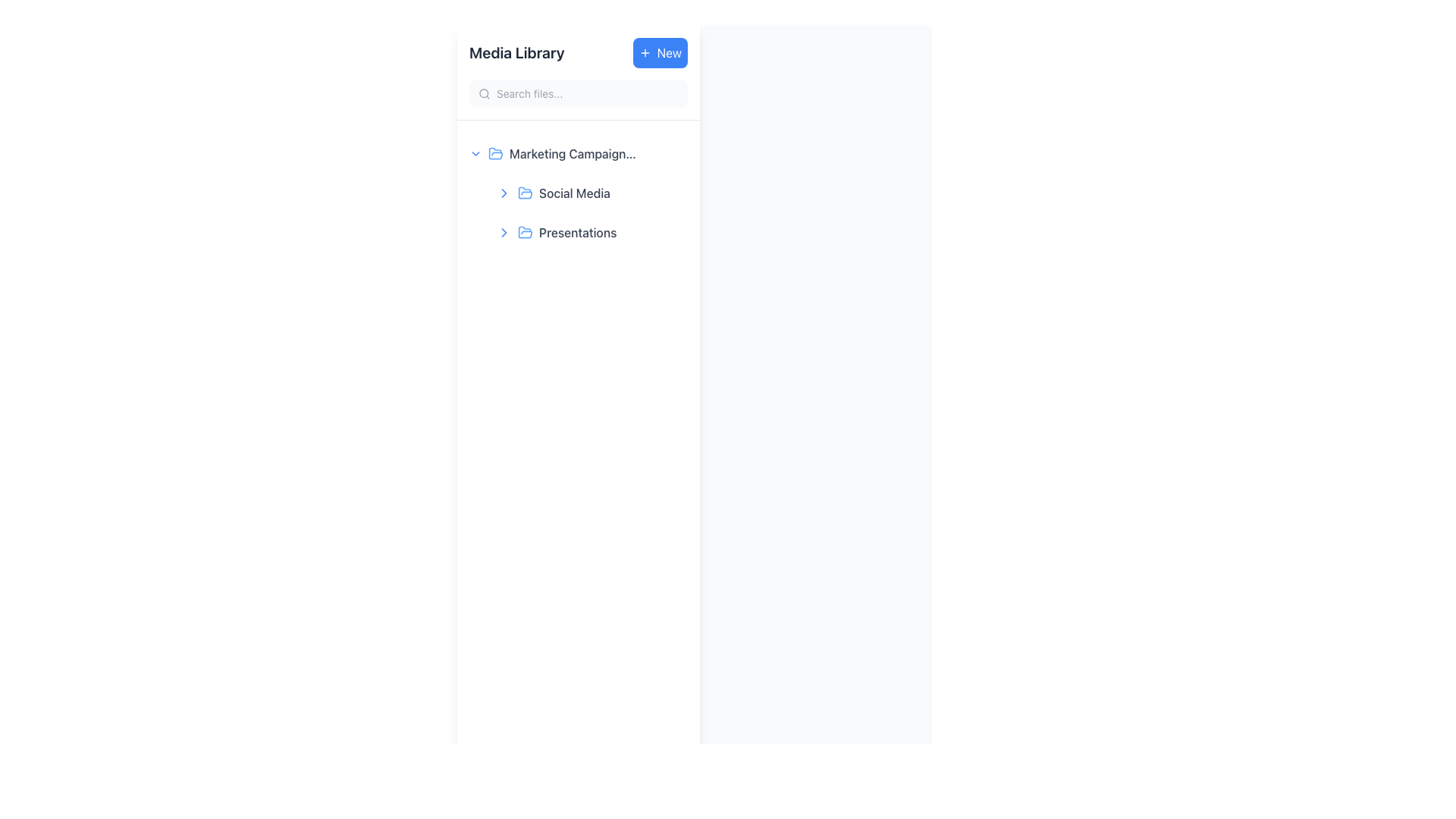  I want to click on the chevron icon located to the left of the 'Presentations' label, so click(504, 233).